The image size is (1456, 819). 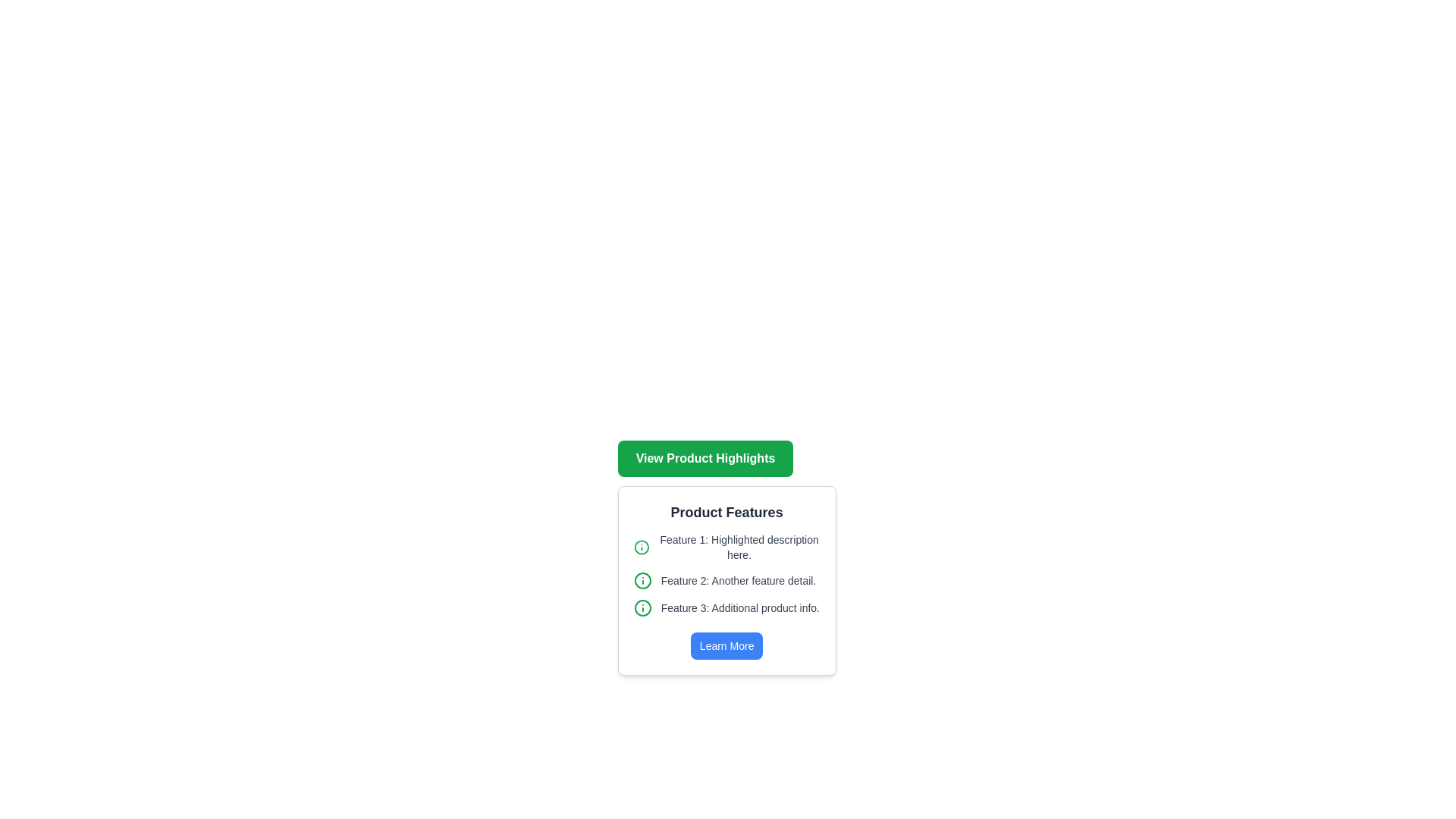 I want to click on text content of the second text label in the 'Product Features' card, which describes 'Feature 2' and is located between 'Feature 1' and 'Feature 3', so click(x=739, y=580).